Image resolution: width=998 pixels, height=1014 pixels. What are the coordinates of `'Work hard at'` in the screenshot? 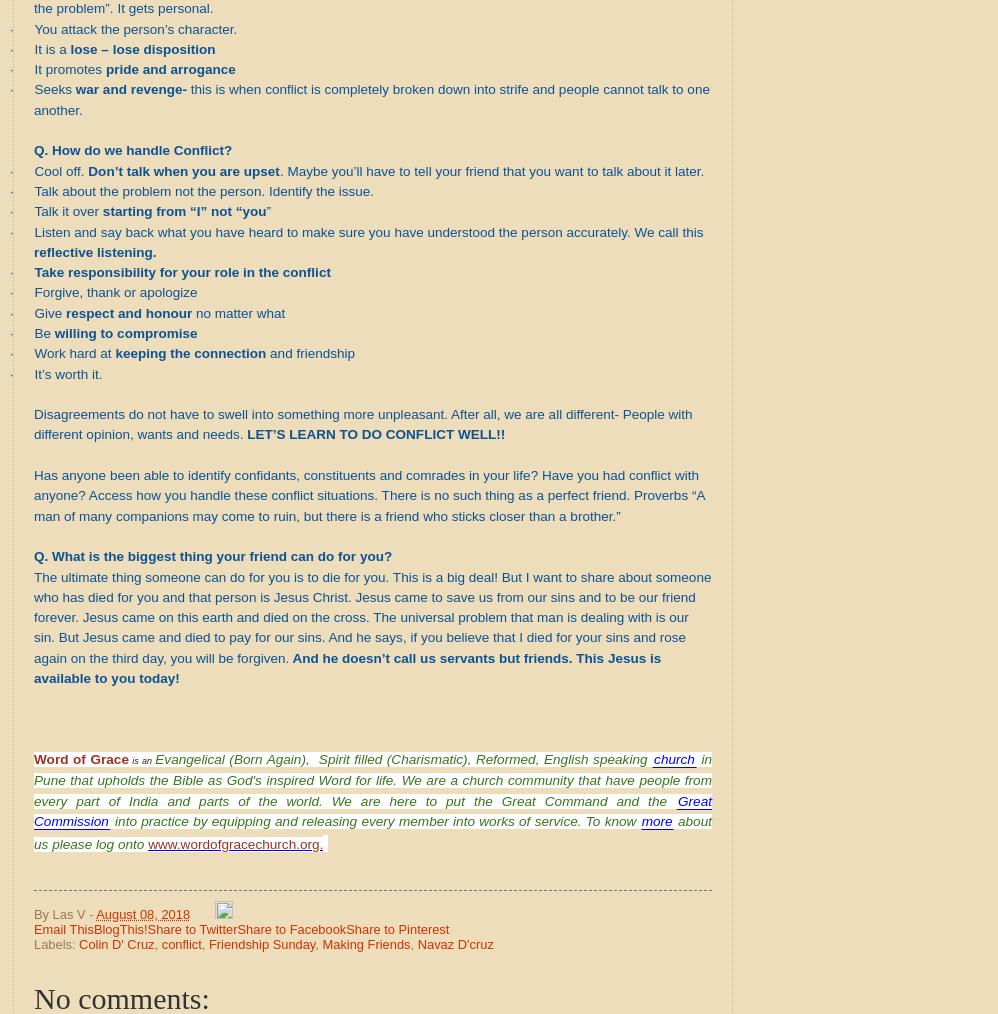 It's located at (73, 352).